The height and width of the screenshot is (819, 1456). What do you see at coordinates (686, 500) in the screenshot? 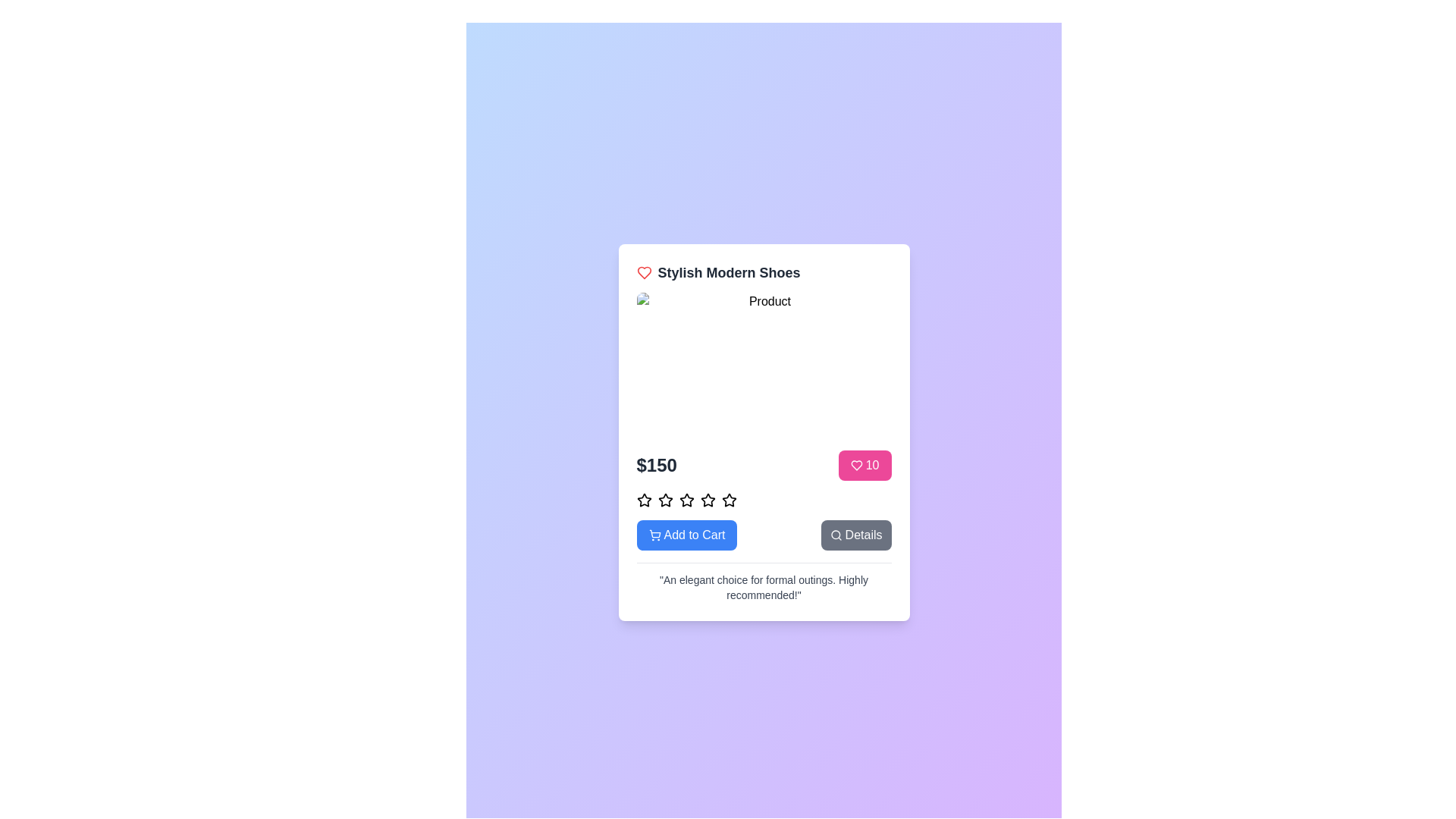
I see `the fifth star icon in the rating system` at bounding box center [686, 500].